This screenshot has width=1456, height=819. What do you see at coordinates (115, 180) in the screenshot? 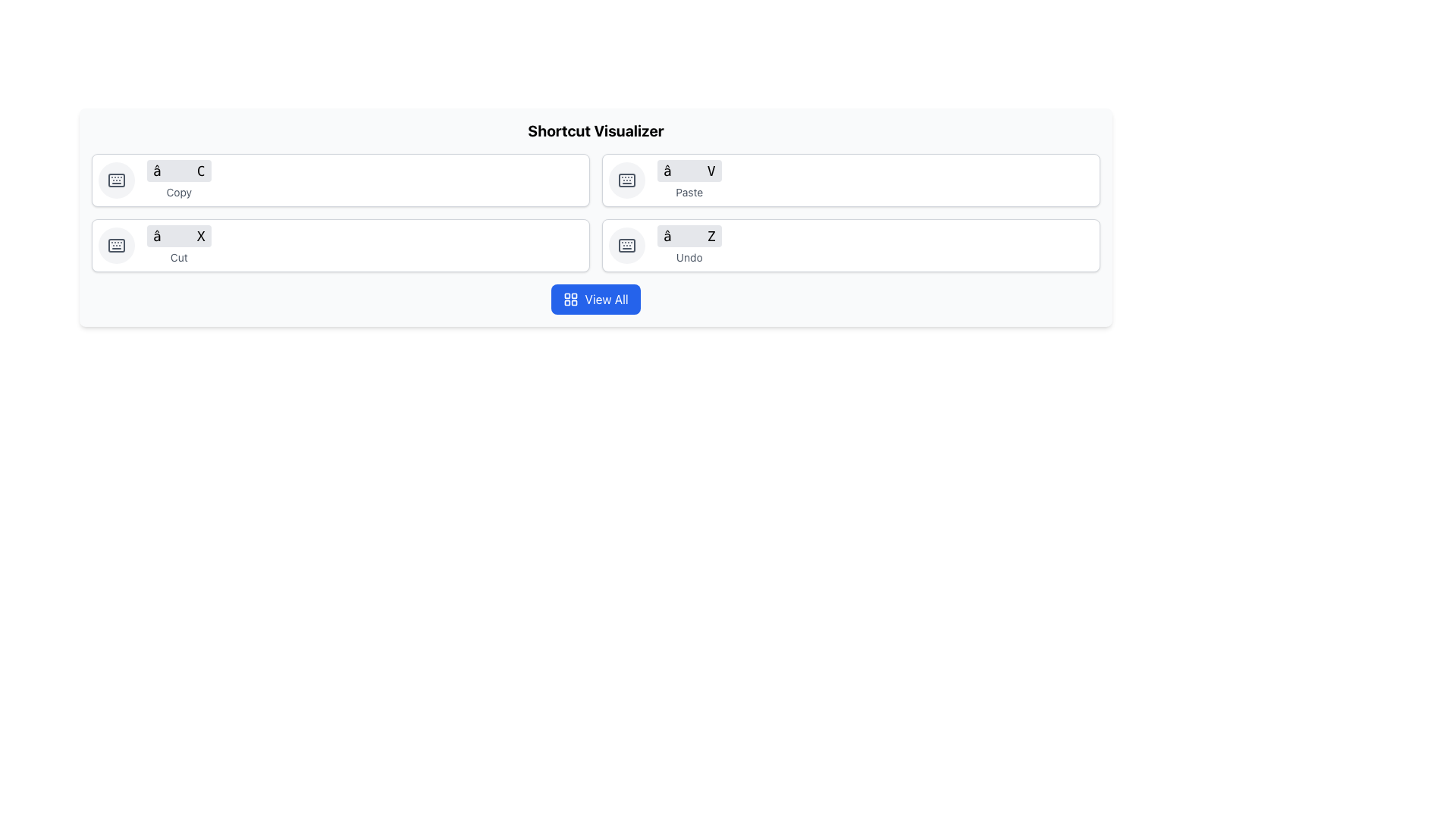
I see `the 'keyboard input' icon button representing the 'Copy' shortcut, which is located to the left of the text '⌘ C' within the 'Shortcut Visualizer'` at bounding box center [115, 180].